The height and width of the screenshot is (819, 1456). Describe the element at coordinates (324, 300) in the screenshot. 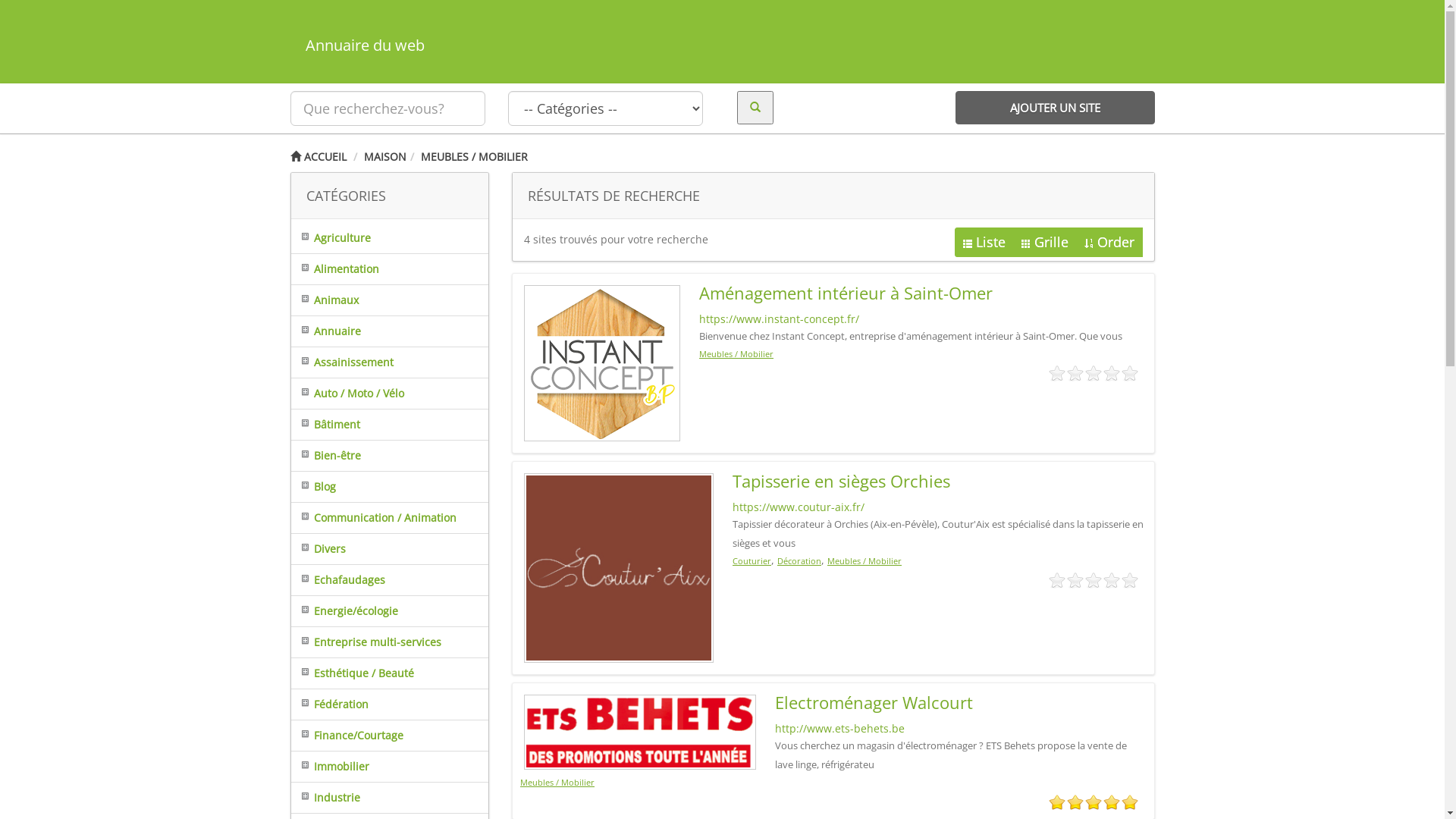

I see `'Animaux'` at that location.